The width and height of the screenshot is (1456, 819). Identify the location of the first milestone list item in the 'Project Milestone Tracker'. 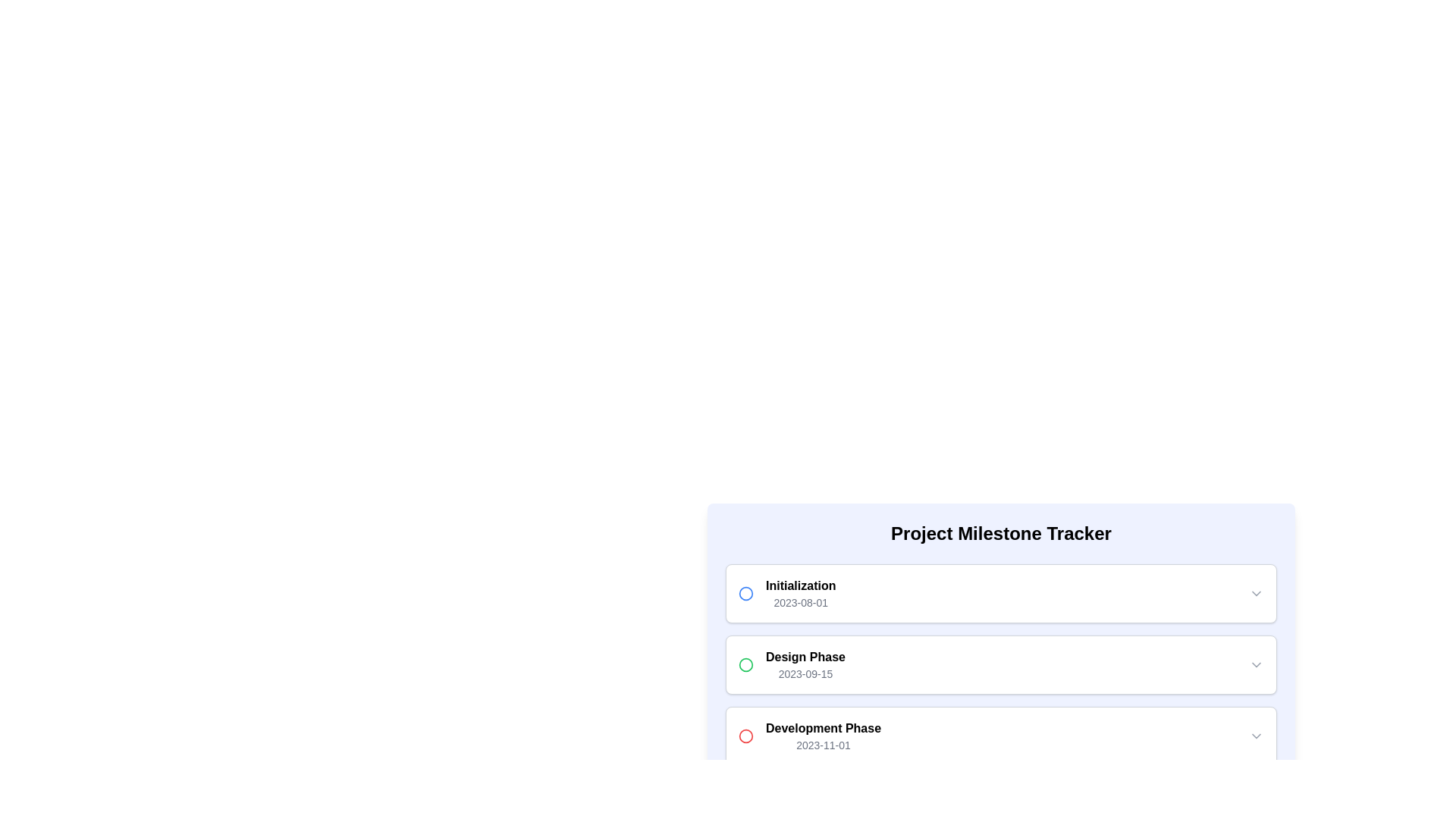
(787, 593).